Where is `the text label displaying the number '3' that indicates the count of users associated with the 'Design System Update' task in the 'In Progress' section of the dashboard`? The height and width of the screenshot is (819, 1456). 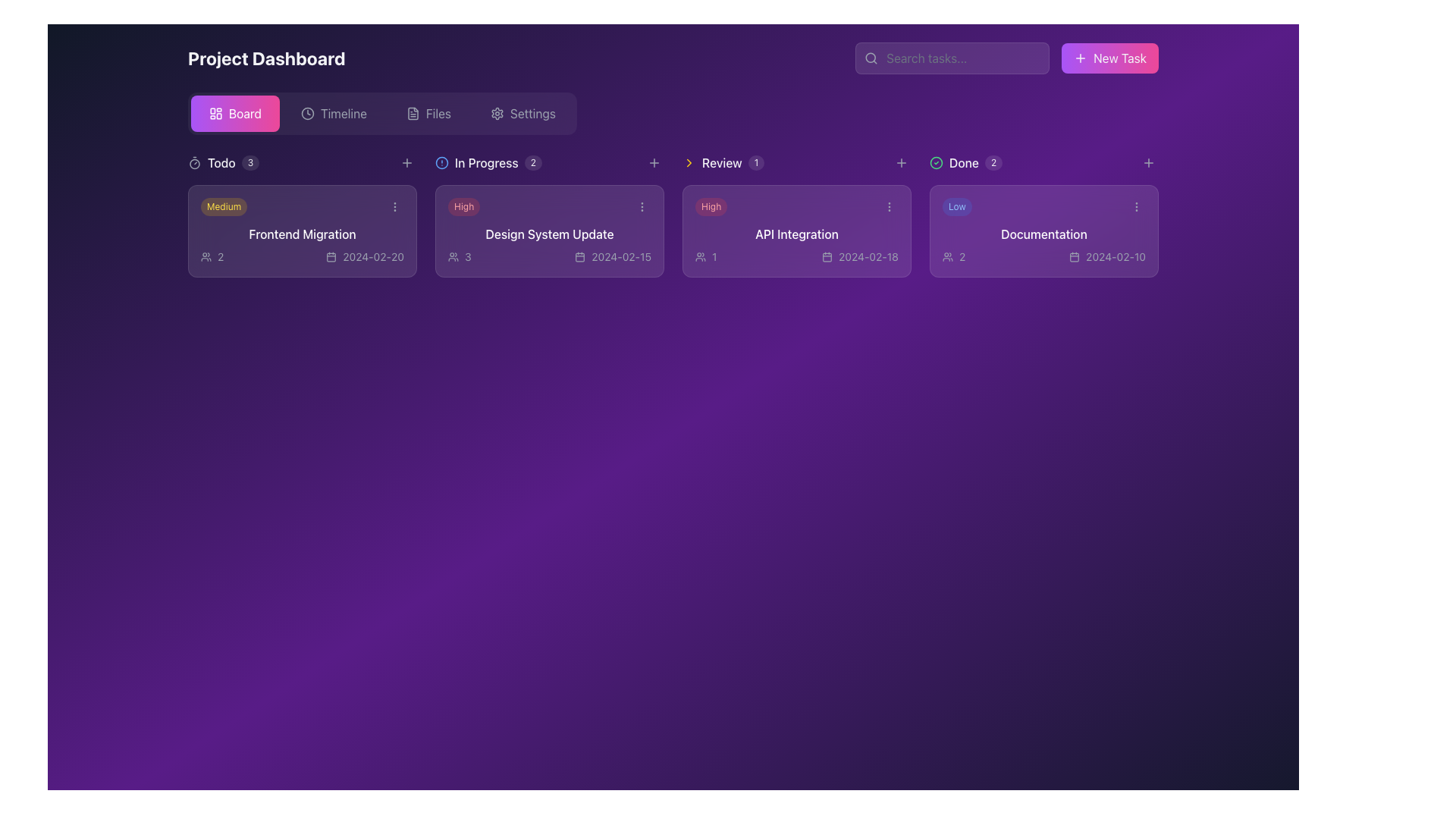
the text label displaying the number '3' that indicates the count of users associated with the 'Design System Update' task in the 'In Progress' section of the dashboard is located at coordinates (467, 256).